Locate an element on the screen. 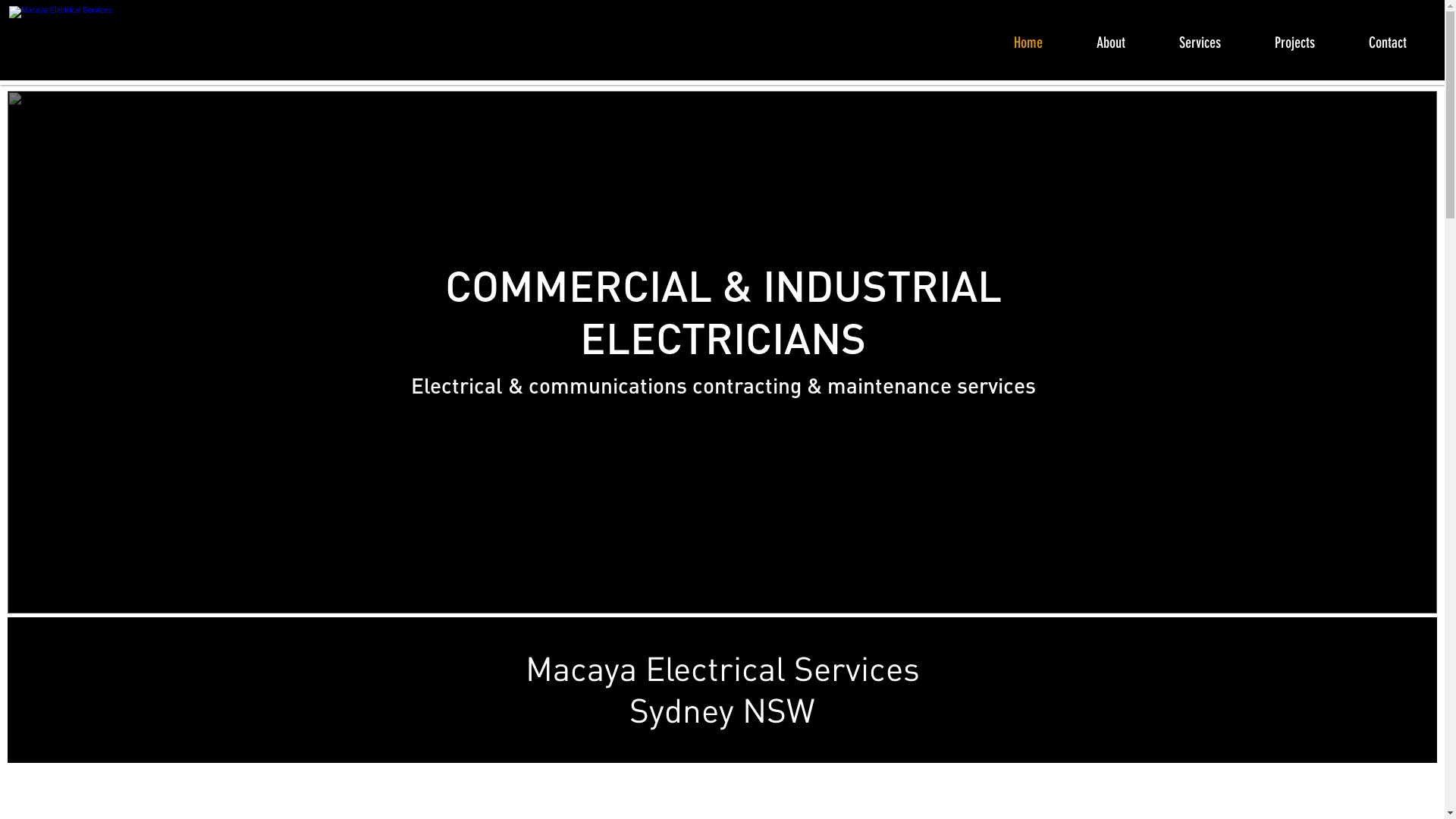 The height and width of the screenshot is (819, 1456). 'Services' is located at coordinates (1211, 39).